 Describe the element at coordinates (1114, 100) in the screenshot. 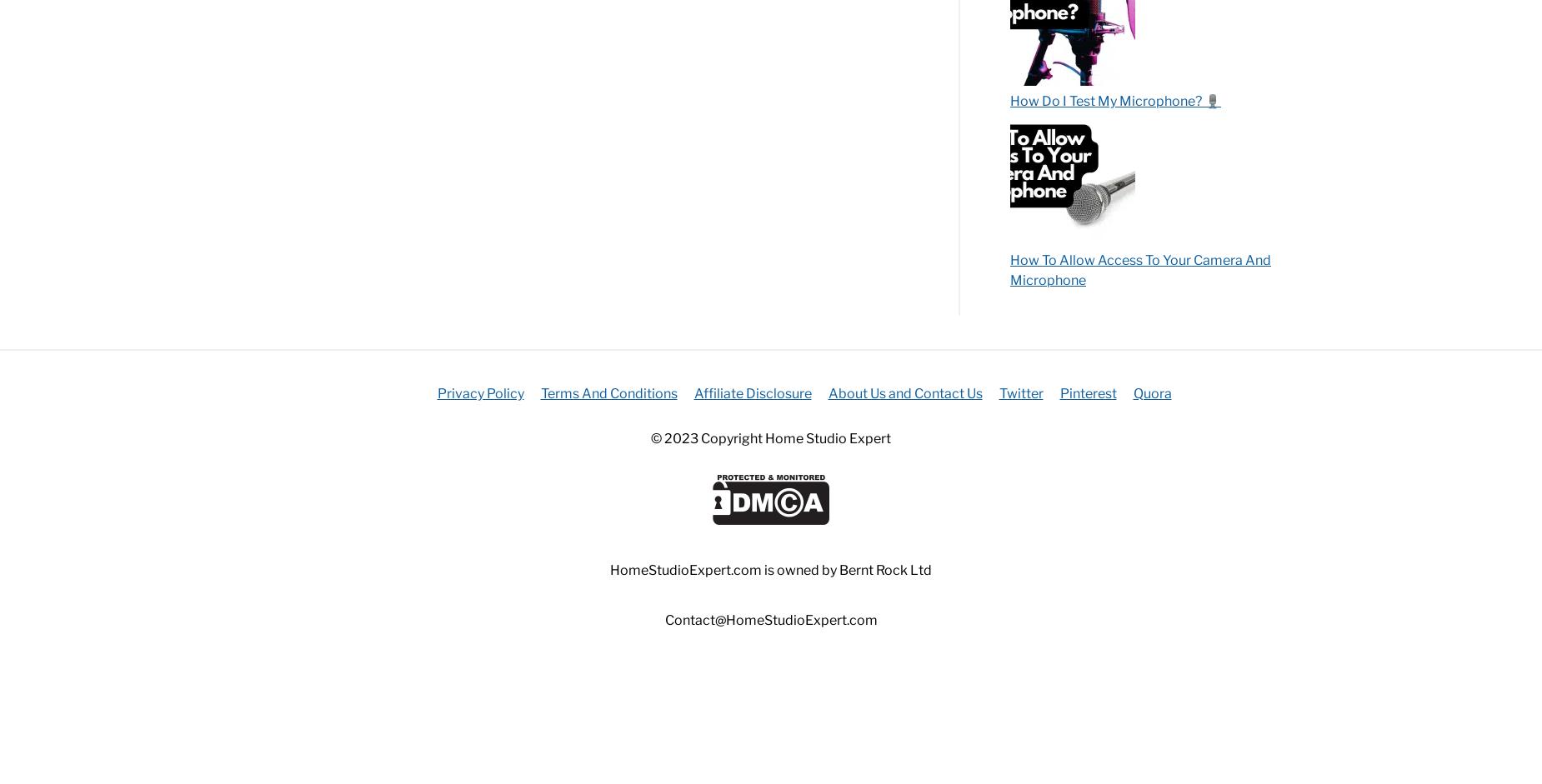

I see `'How Do I Test My Microphone? 🎙️'` at that location.